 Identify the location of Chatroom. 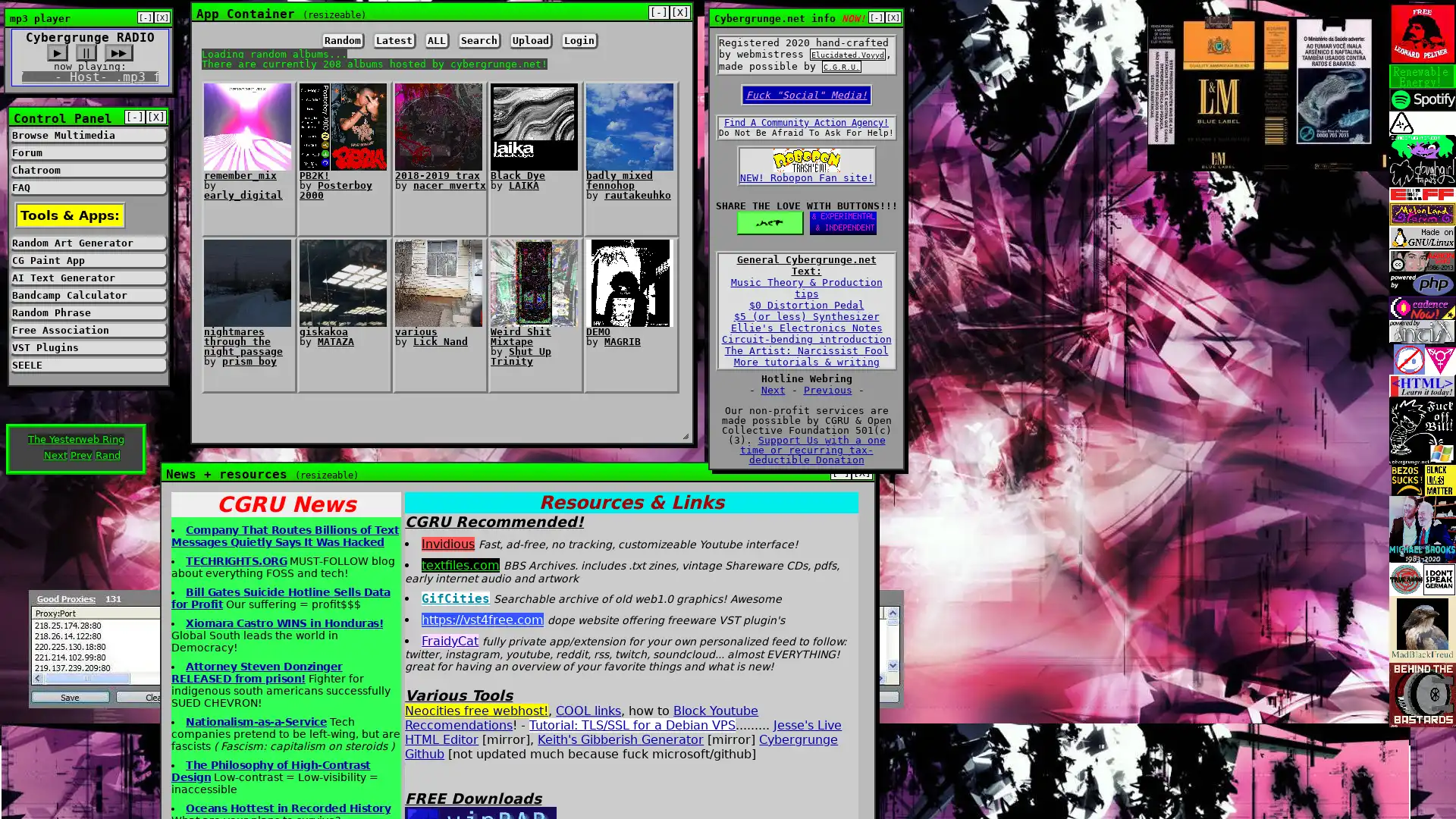
(87, 170).